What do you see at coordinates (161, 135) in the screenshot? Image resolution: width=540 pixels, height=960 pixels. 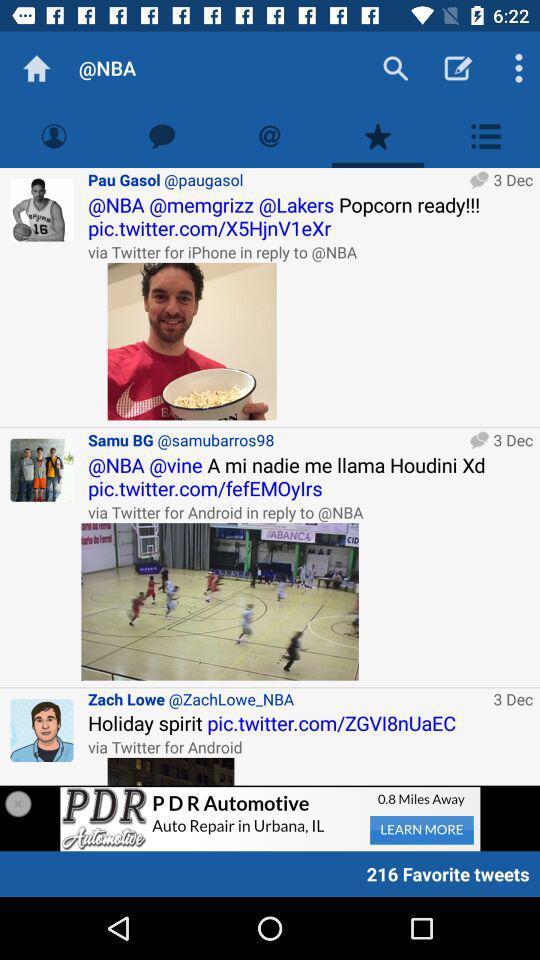 I see `messages section` at bounding box center [161, 135].